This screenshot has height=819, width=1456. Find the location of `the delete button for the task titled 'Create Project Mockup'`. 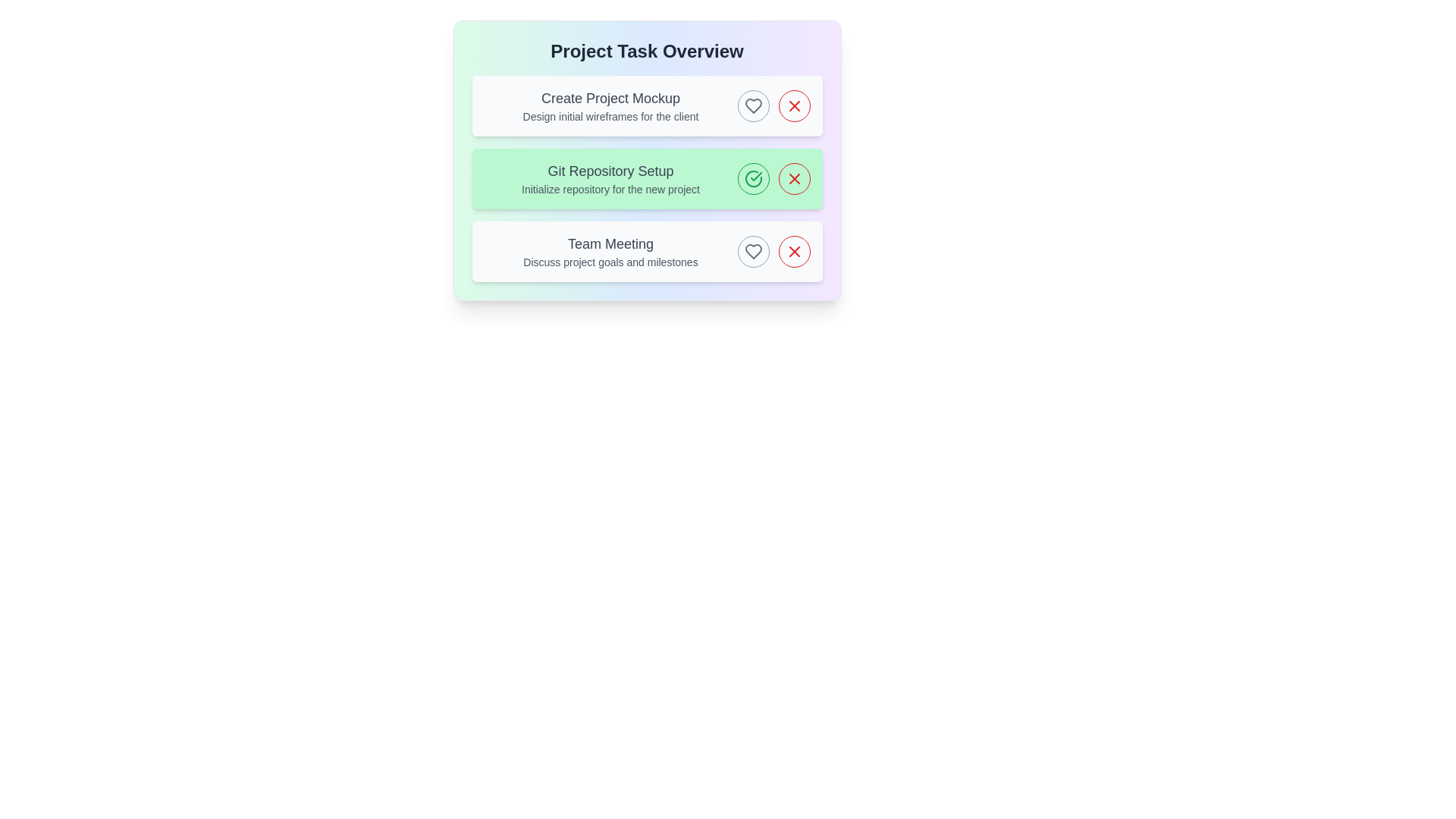

the delete button for the task titled 'Create Project Mockup' is located at coordinates (793, 105).